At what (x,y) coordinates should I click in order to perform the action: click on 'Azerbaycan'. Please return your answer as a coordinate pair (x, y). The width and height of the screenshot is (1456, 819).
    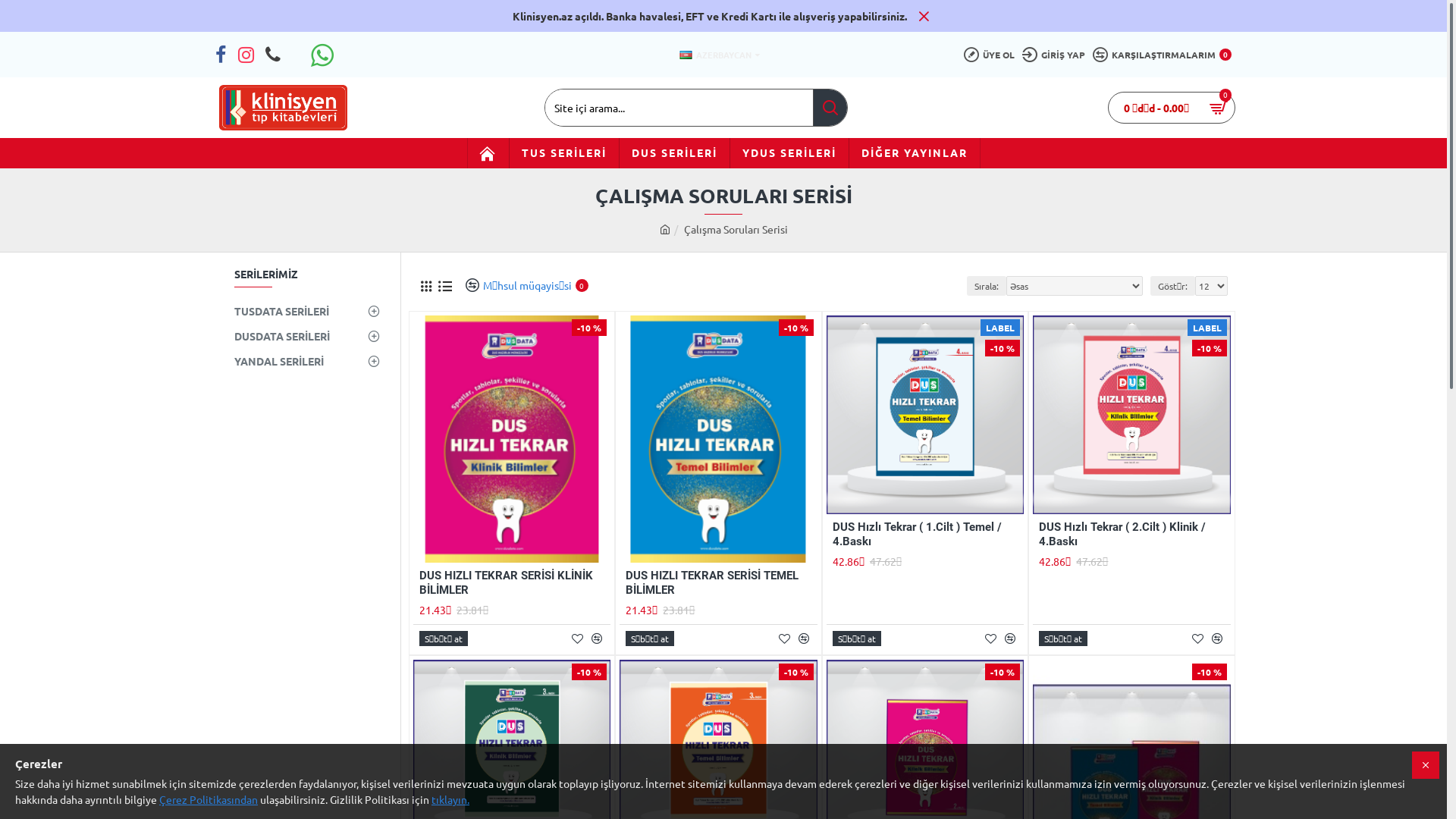
    Looking at the image, I should click on (684, 53).